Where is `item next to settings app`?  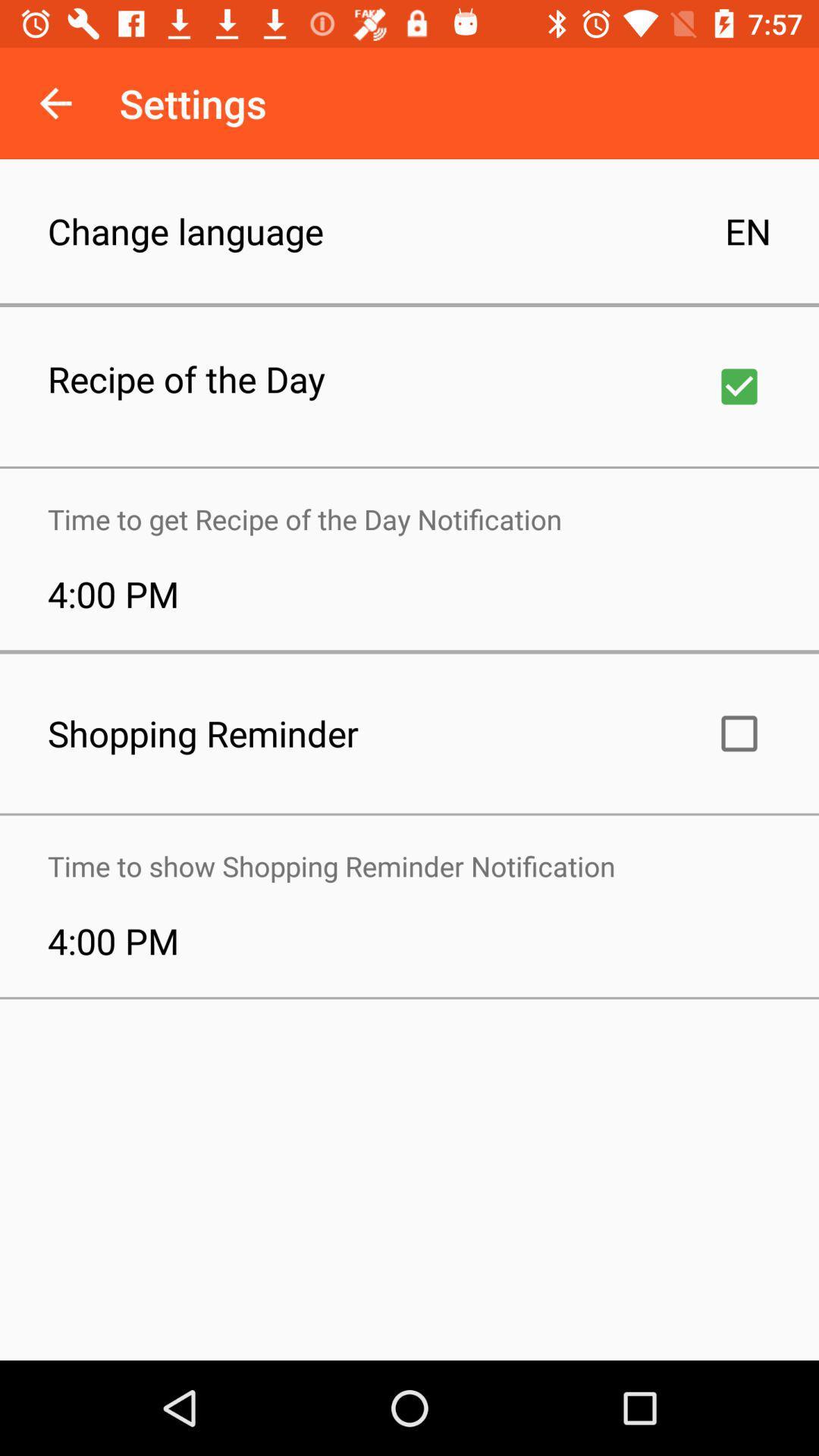
item next to settings app is located at coordinates (55, 102).